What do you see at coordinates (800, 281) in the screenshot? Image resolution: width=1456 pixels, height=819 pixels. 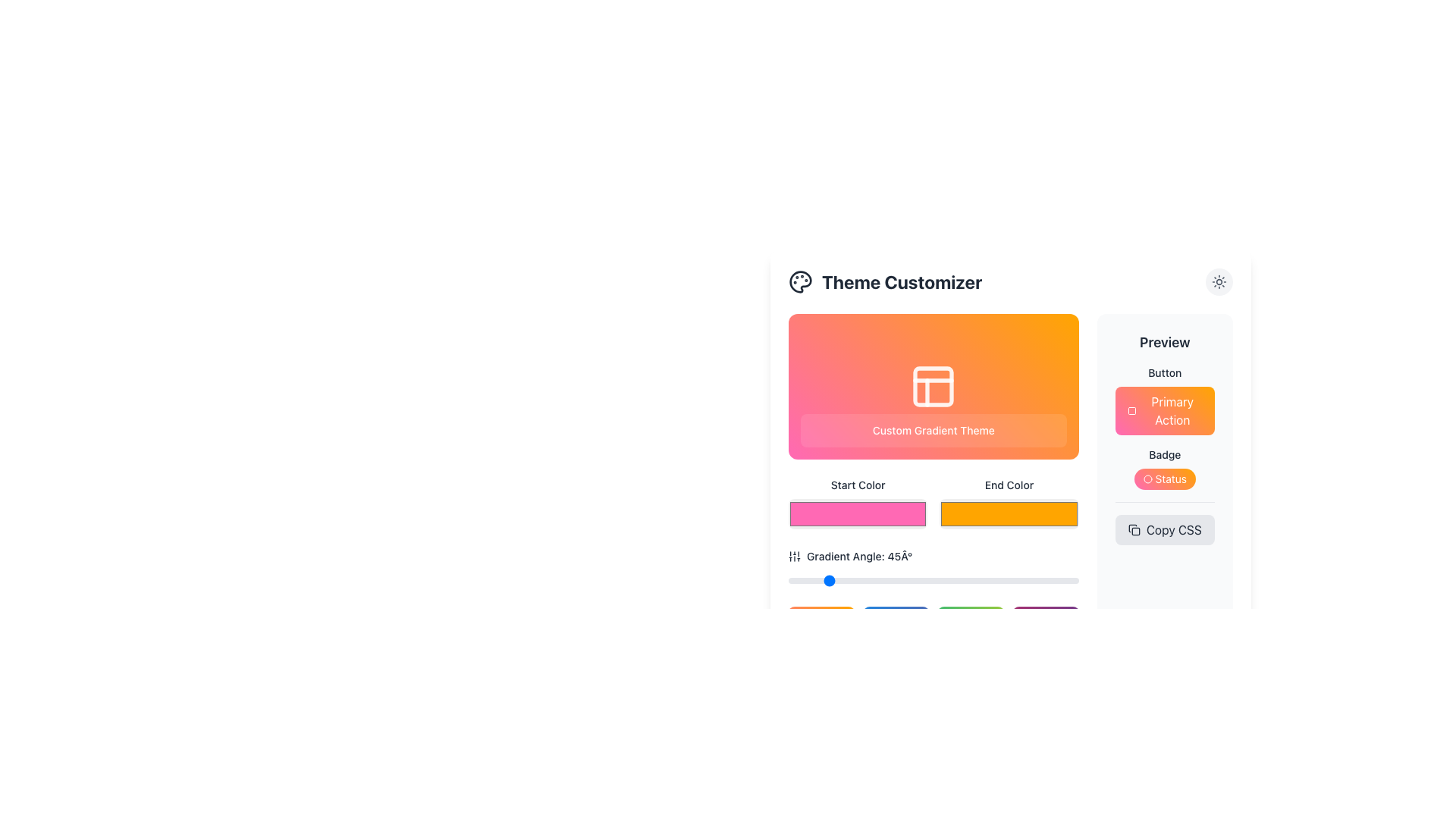 I see `the icon indicating the theme customization section, which is positioned to the left of the text 'Theme Customizer' in the header of the 'Theme Customizer' section` at bounding box center [800, 281].